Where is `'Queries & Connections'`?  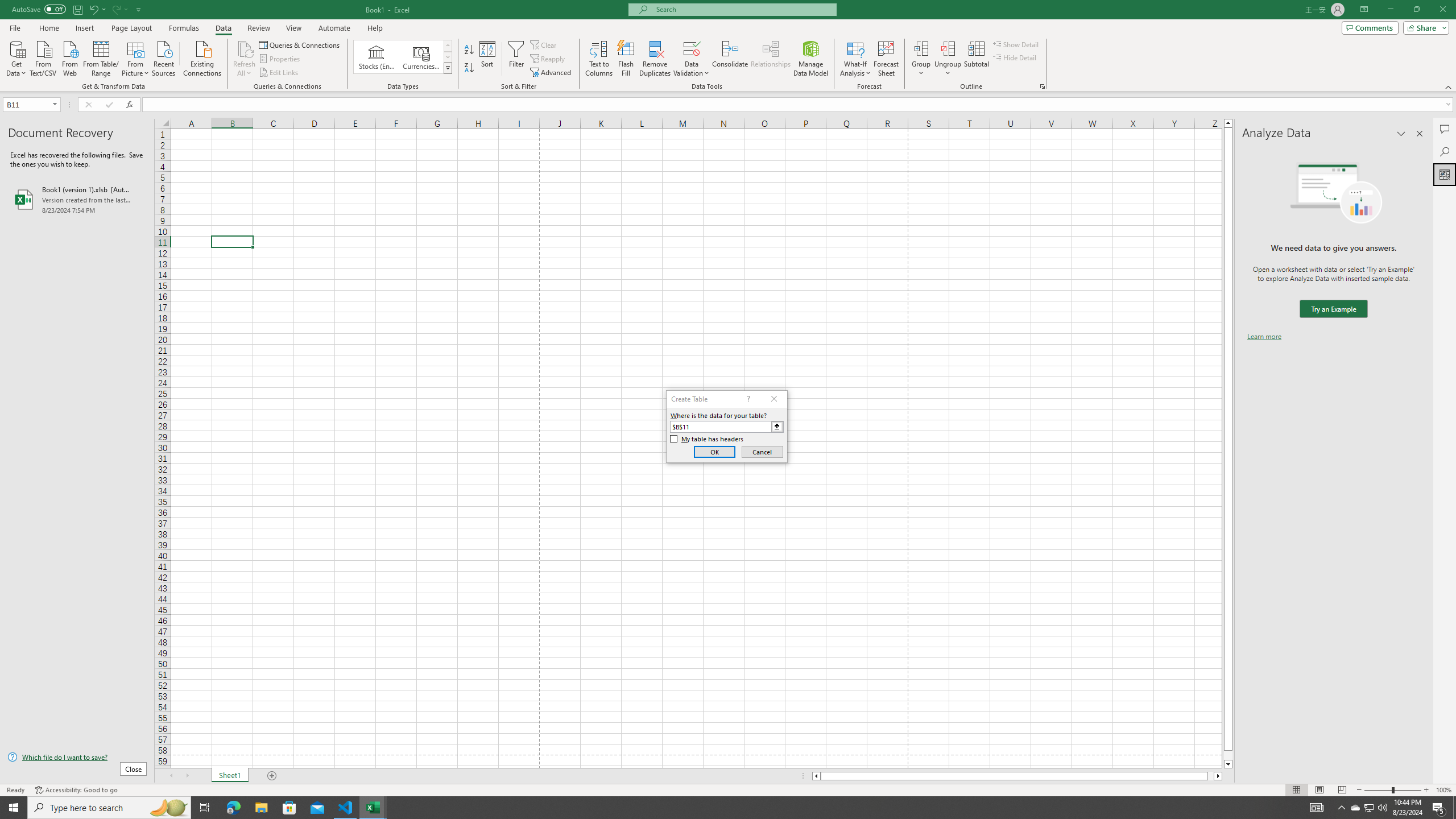
'Queries & Connections' is located at coordinates (300, 44).